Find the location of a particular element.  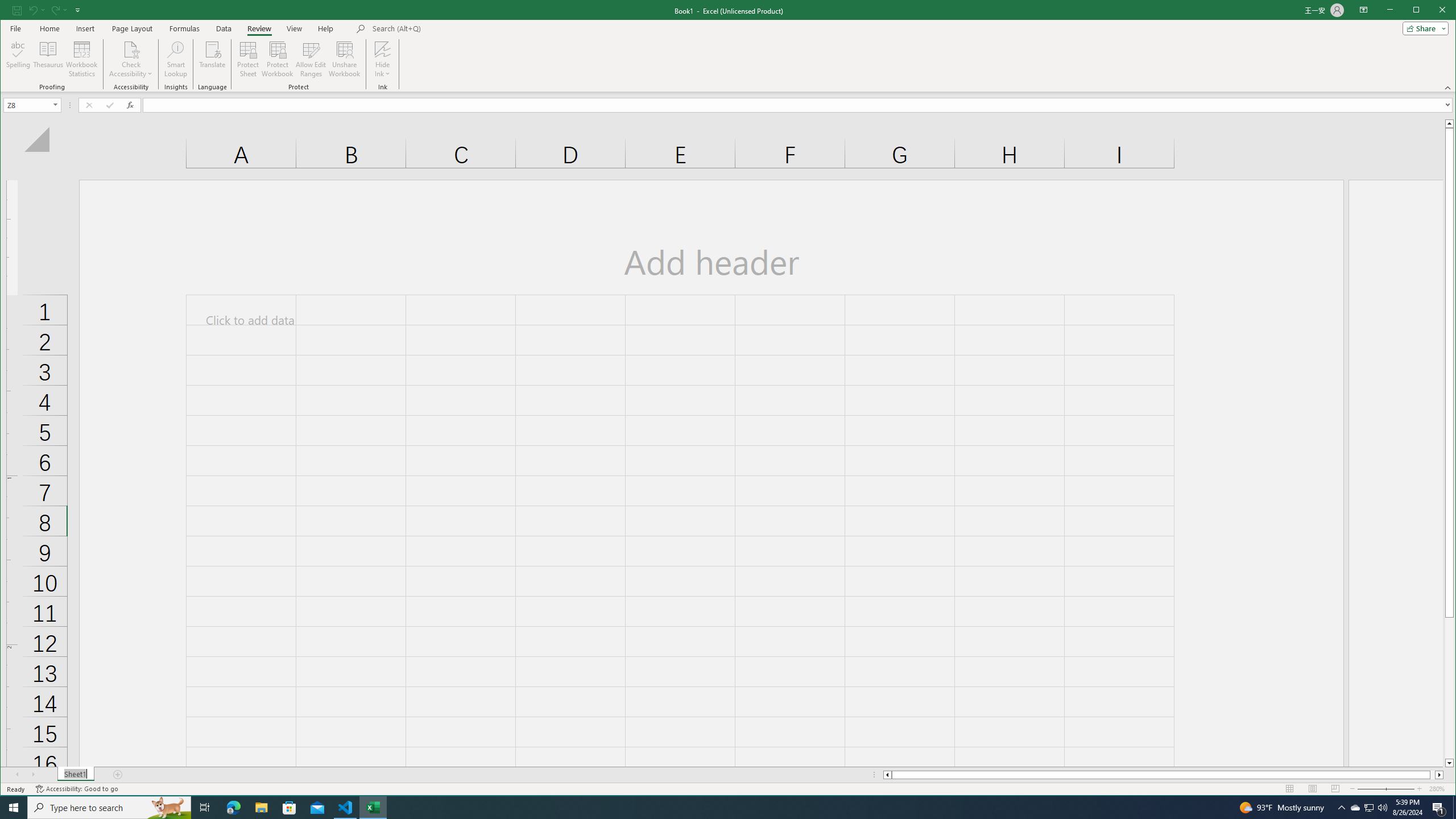

'Microsoft Edge' is located at coordinates (233, 806).